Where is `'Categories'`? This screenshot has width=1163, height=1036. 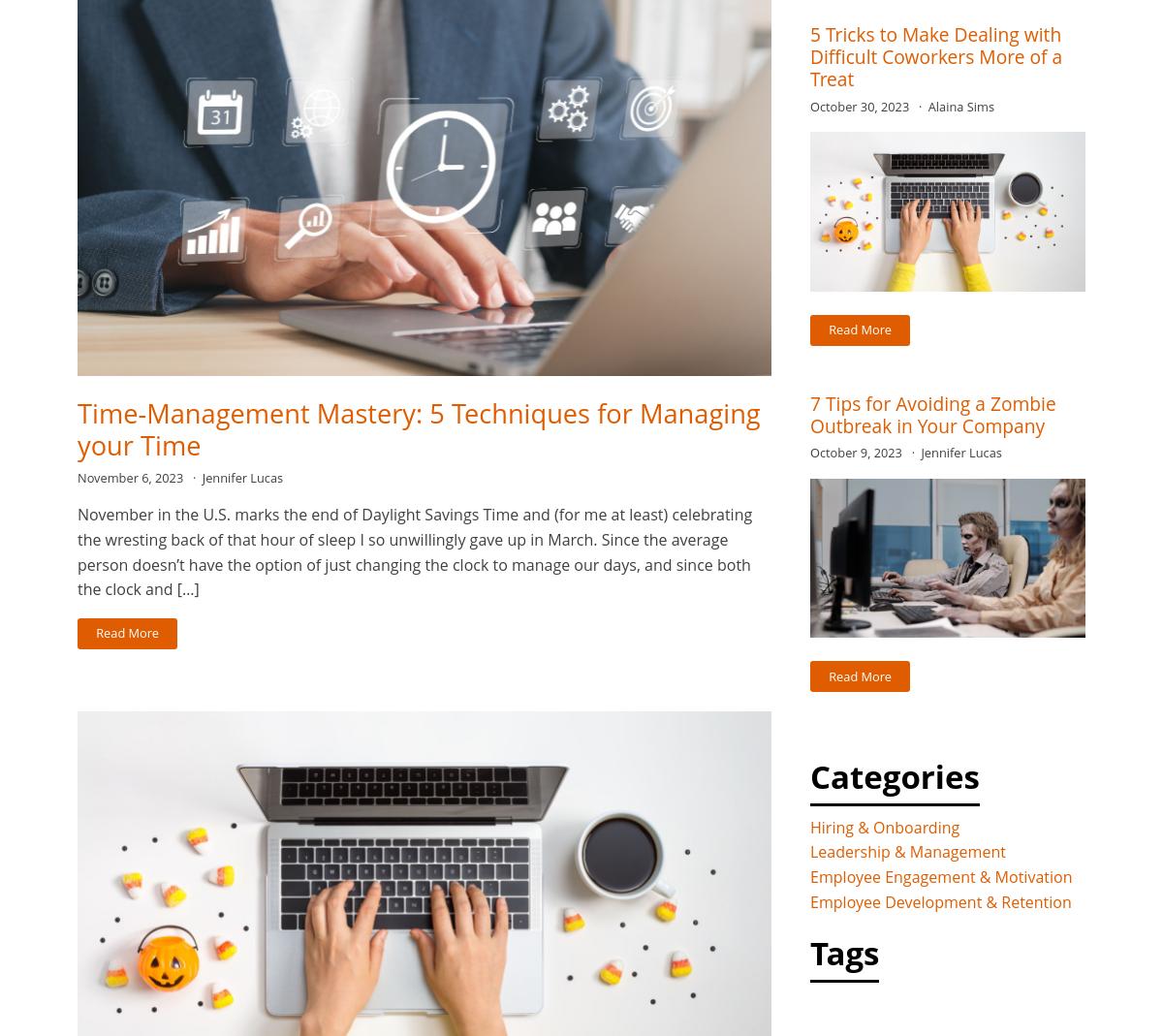
'Categories' is located at coordinates (895, 775).